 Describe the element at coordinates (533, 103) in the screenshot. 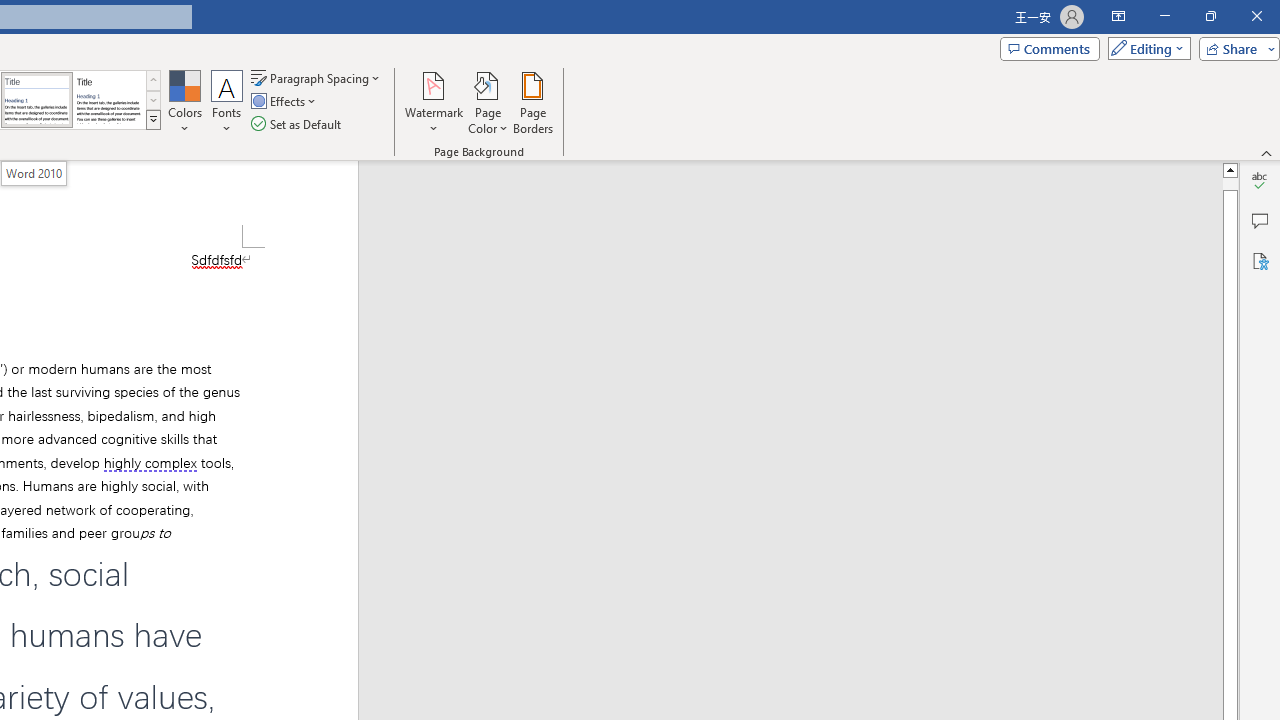

I see `'Page Borders...'` at that location.